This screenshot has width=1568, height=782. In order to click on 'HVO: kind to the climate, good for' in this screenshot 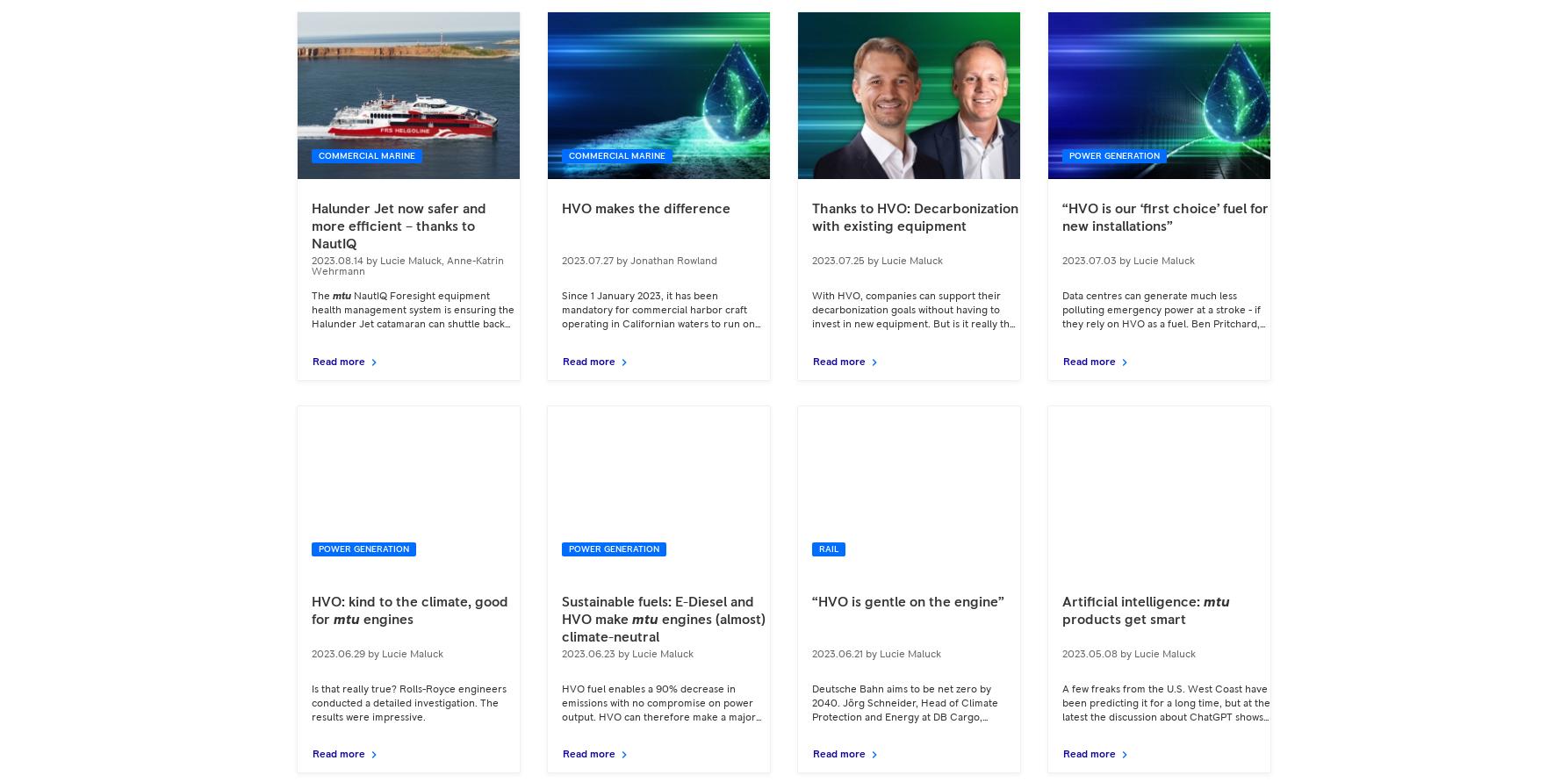, I will do `click(409, 609)`.